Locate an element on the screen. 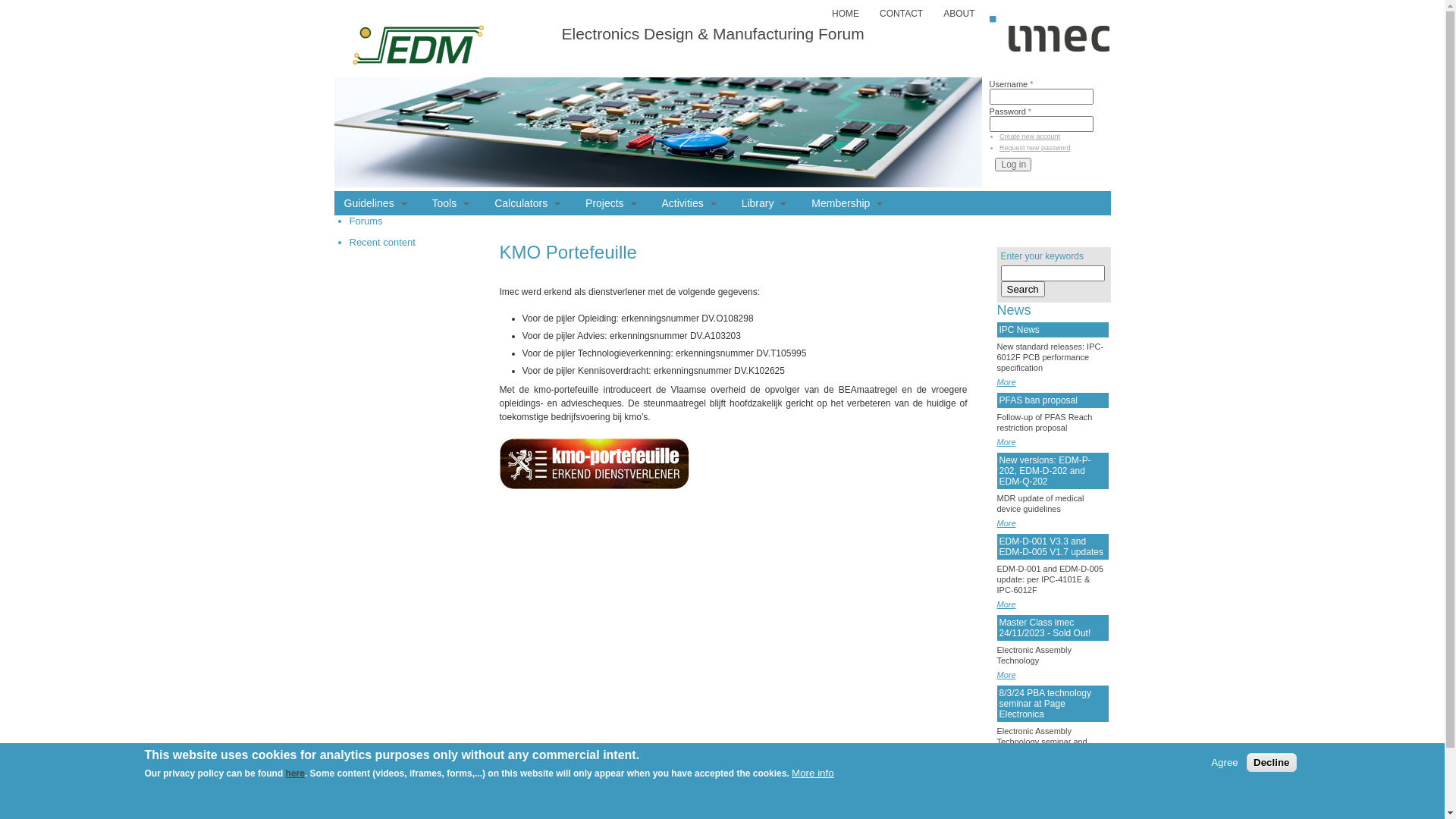 This screenshot has width=1456, height=819. 'More' is located at coordinates (1006, 674).